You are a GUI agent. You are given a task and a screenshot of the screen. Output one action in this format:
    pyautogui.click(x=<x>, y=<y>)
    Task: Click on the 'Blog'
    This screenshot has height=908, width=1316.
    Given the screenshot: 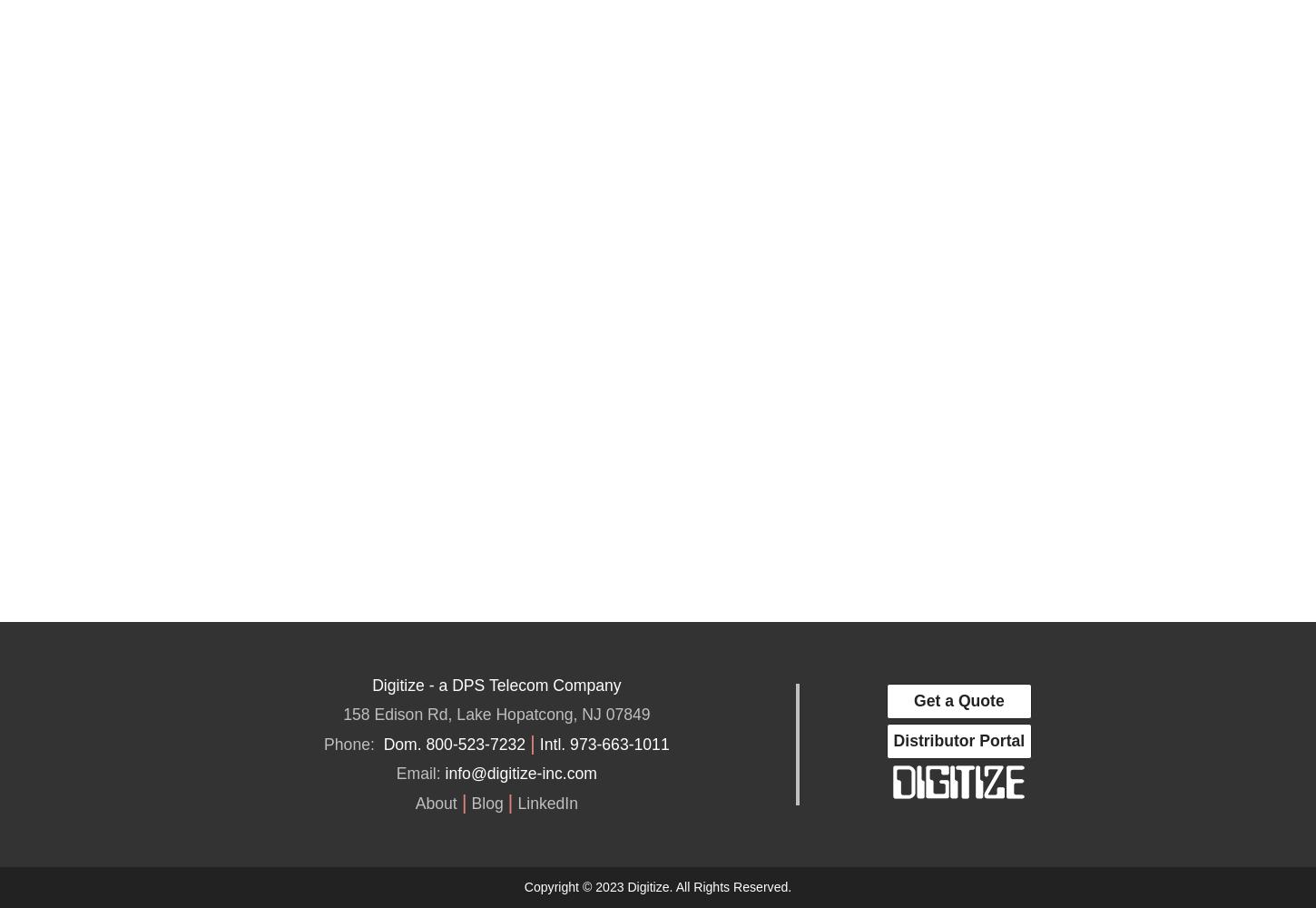 What is the action you would take?
    pyautogui.click(x=486, y=803)
    